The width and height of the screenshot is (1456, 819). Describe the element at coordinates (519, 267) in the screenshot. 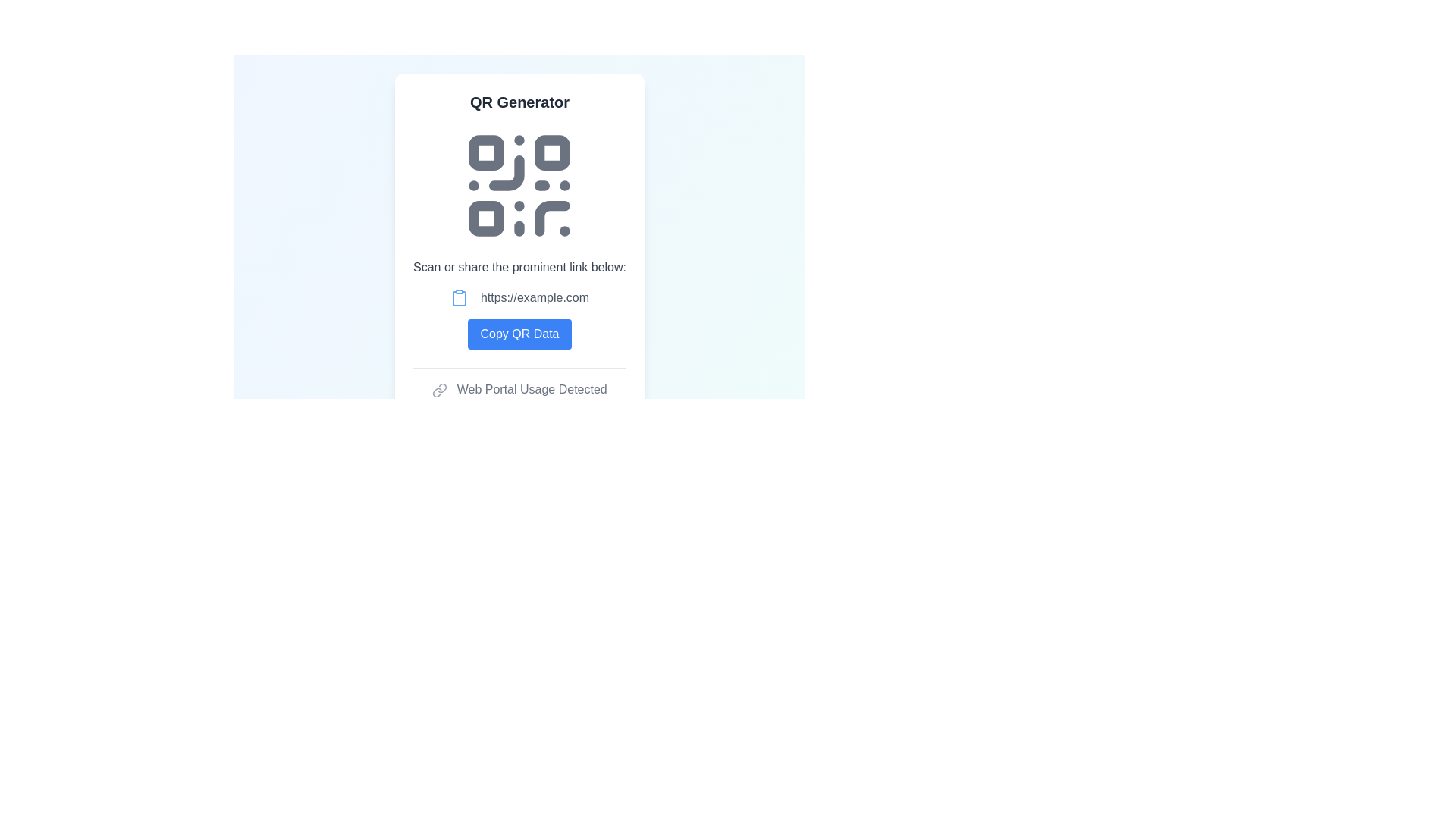

I see `the instruction text that reads 'Scan or share the prominent link below:' which is styled in gray and positioned below a QR code and above a clickable URL` at that location.